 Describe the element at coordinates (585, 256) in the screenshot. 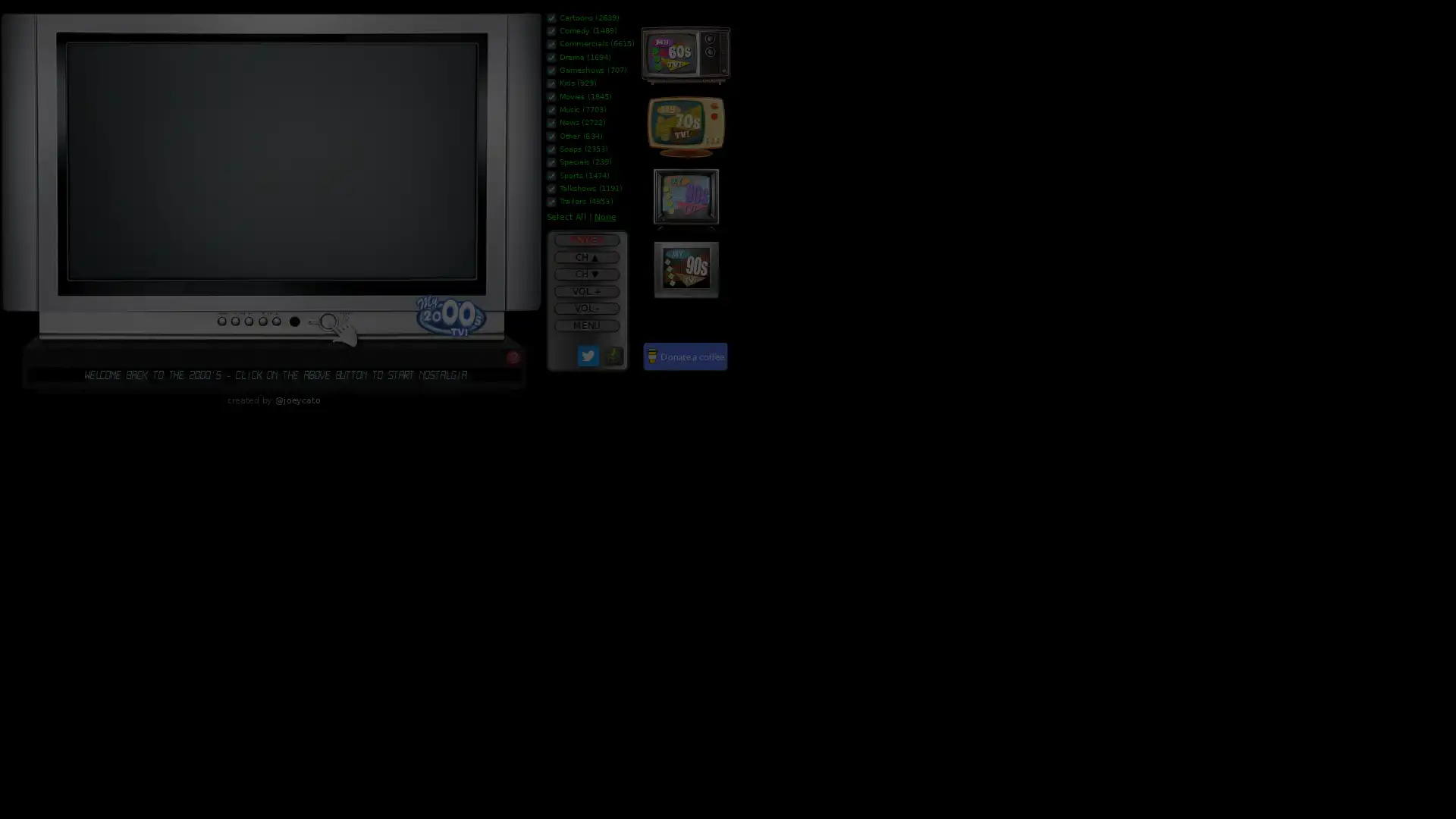

I see `CH` at that location.